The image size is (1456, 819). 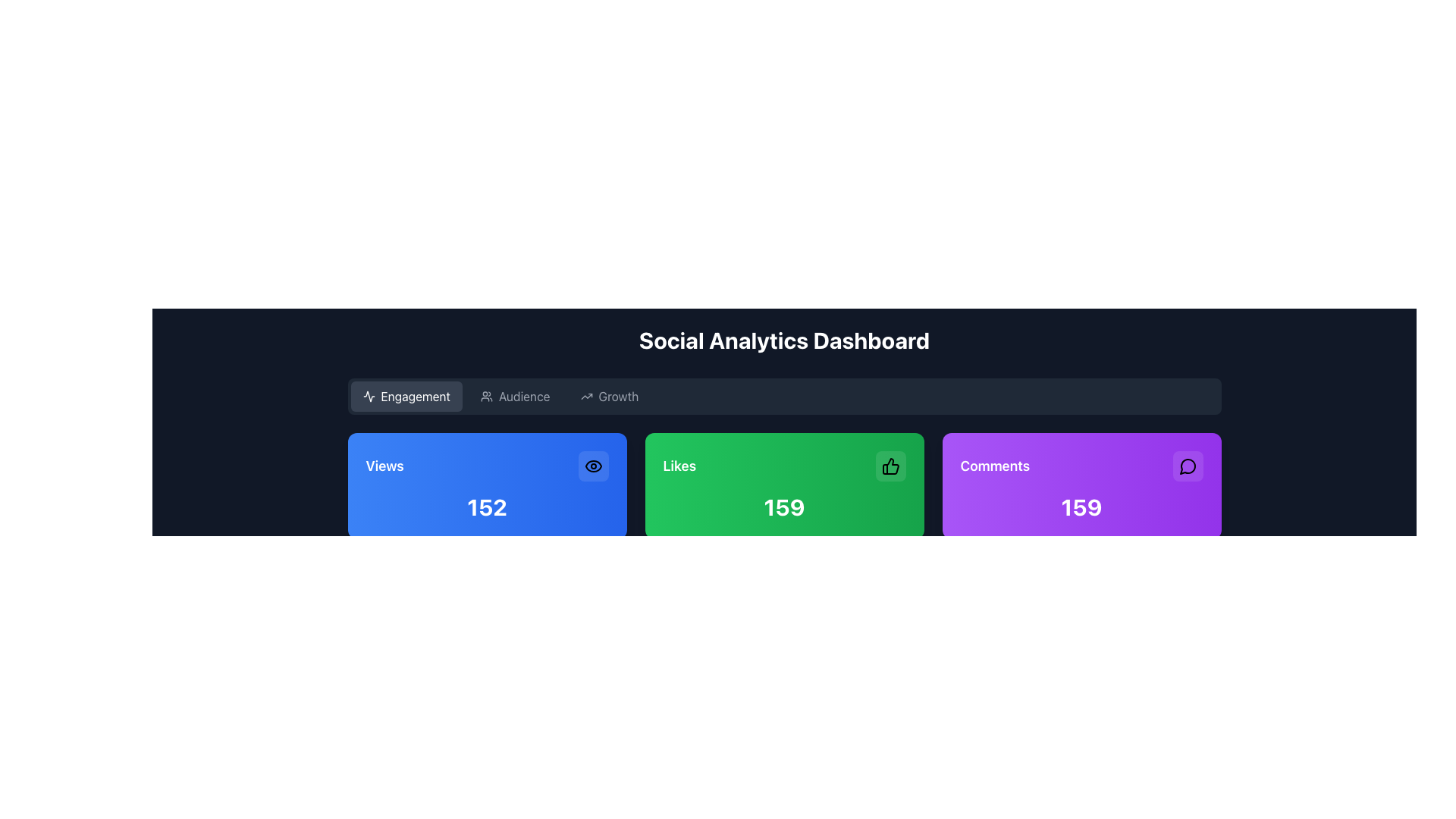 I want to click on the 'Engagement' text label, so click(x=415, y=396).